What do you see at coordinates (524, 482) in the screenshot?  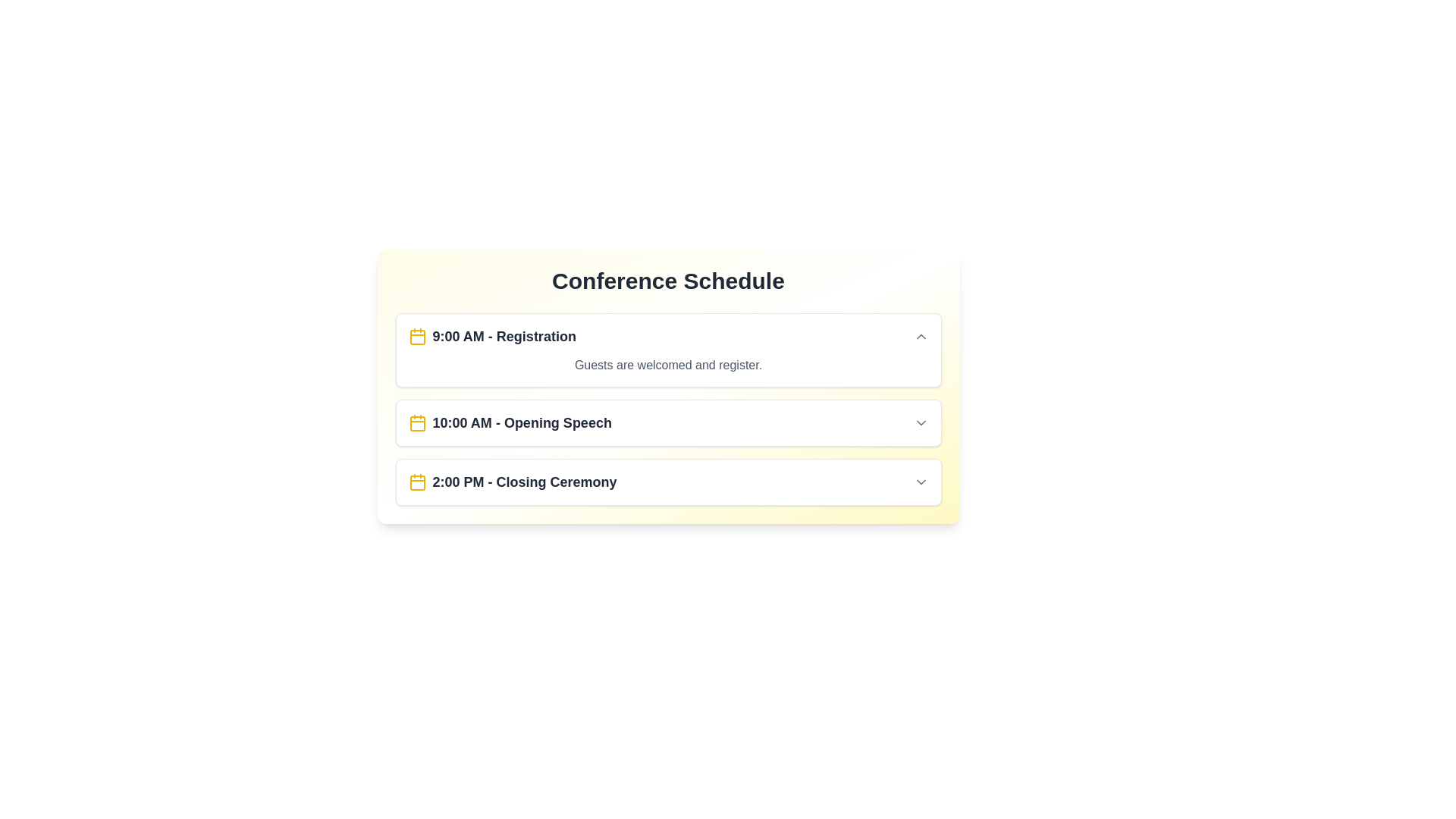 I see `the text label displaying the schedule time '2:00 PM - Closing Ceremony', which is bold and prominently placed in the third row of the schedule list` at bounding box center [524, 482].